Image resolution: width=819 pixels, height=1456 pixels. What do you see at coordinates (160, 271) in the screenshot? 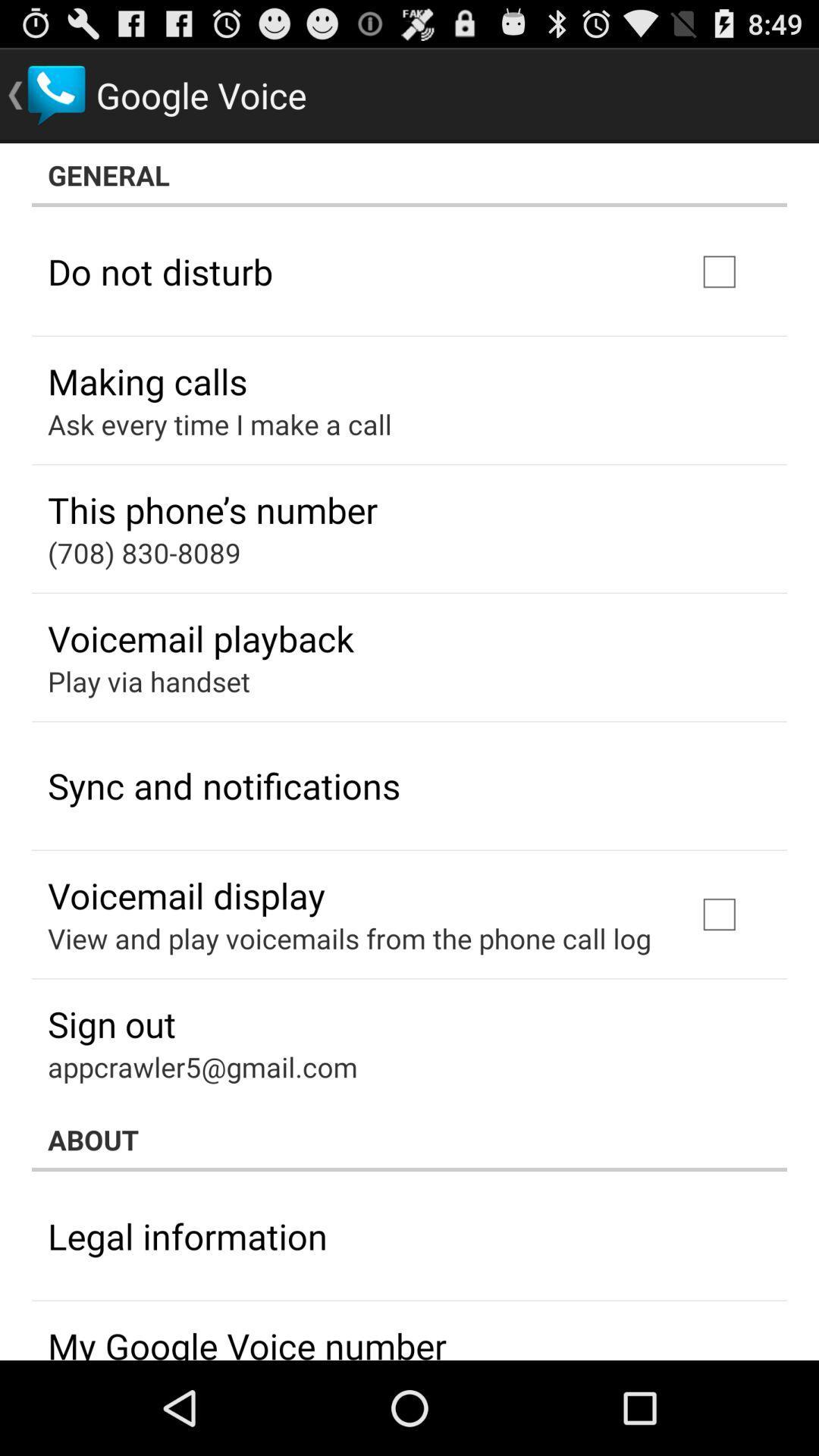
I see `the do not disturb item` at bounding box center [160, 271].